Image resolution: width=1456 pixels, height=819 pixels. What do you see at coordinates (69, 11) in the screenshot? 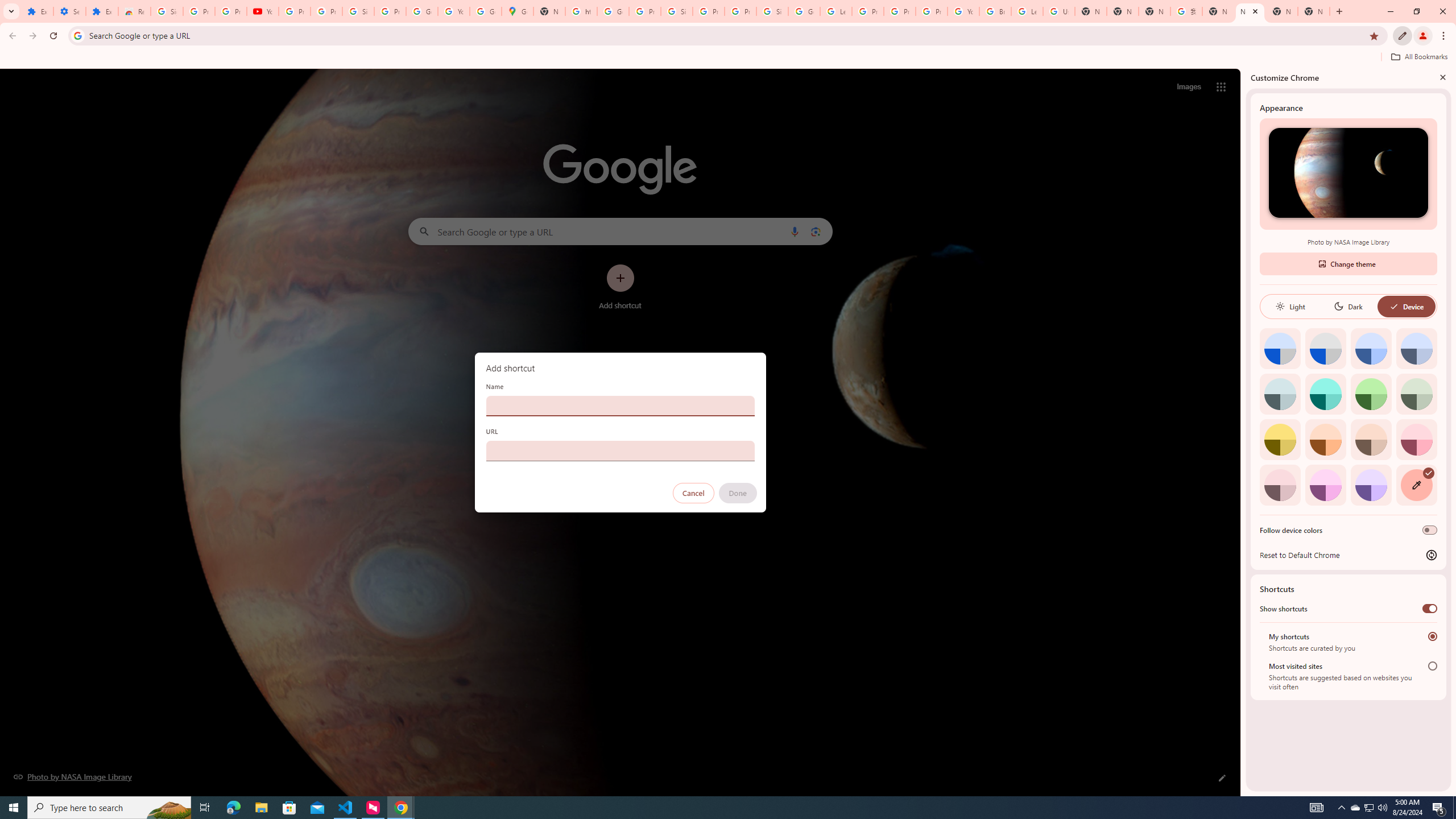
I see `'Settings'` at bounding box center [69, 11].